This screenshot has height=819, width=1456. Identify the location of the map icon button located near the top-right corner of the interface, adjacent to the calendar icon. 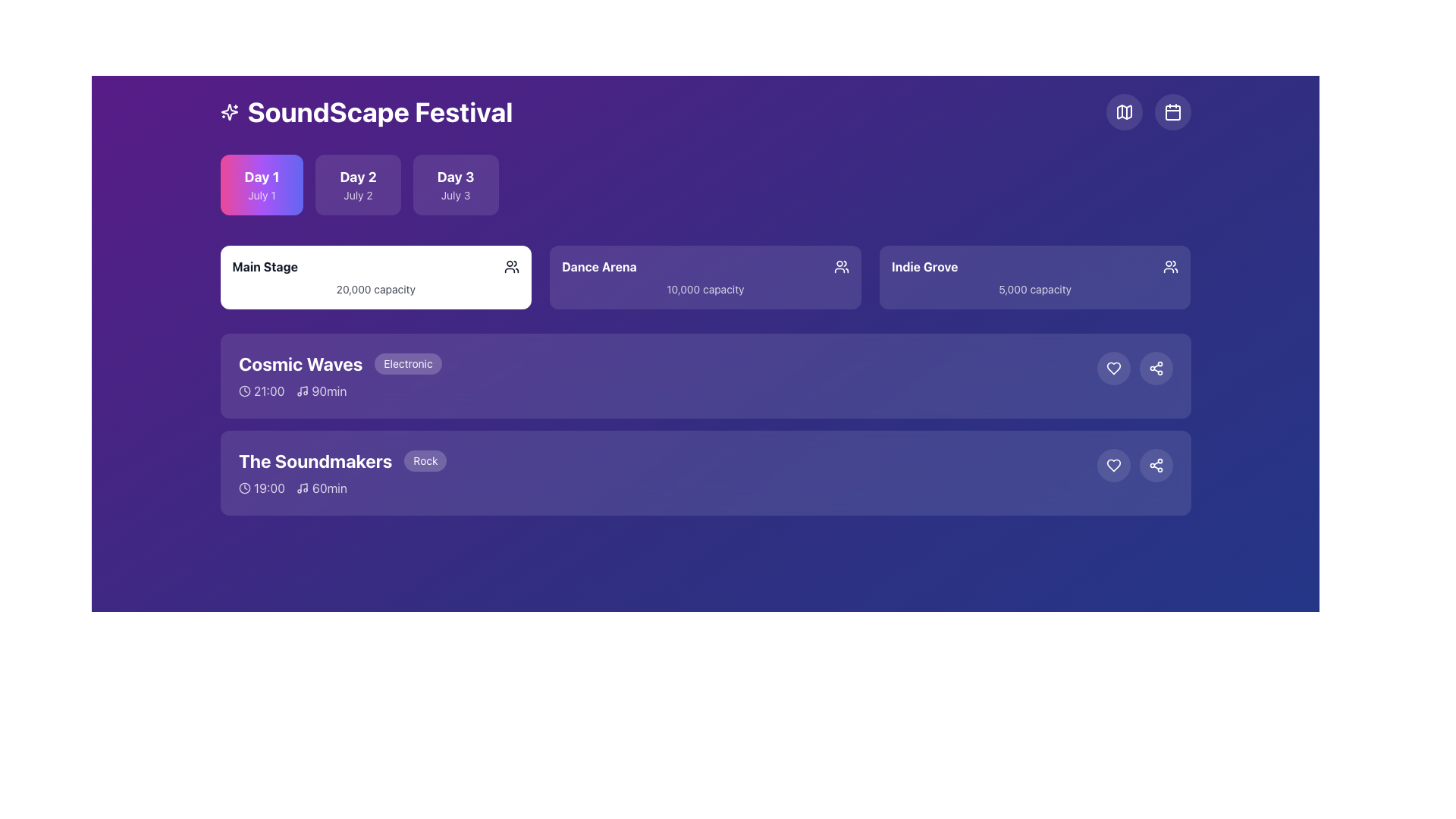
(1124, 111).